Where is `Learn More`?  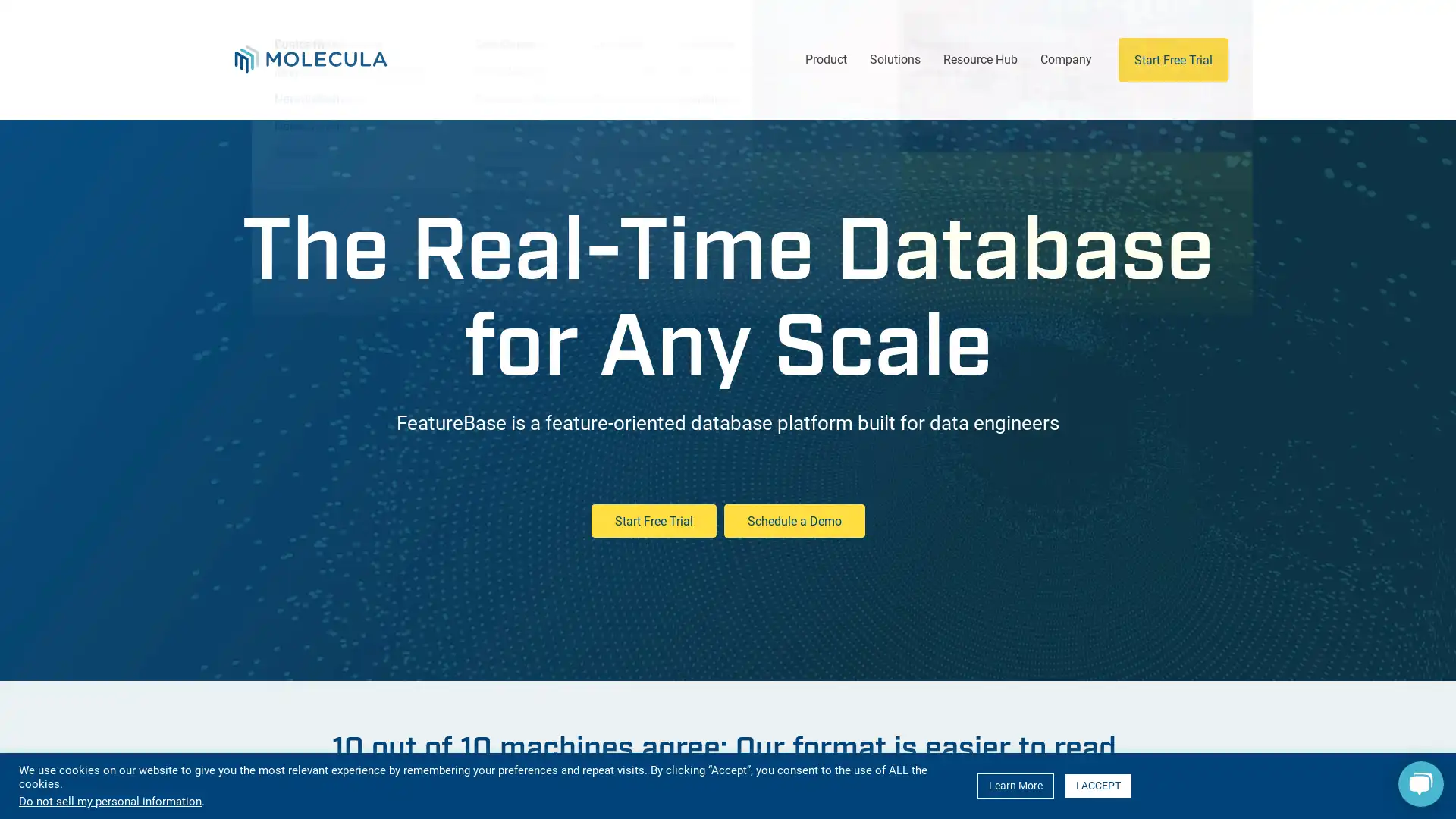 Learn More is located at coordinates (1015, 785).